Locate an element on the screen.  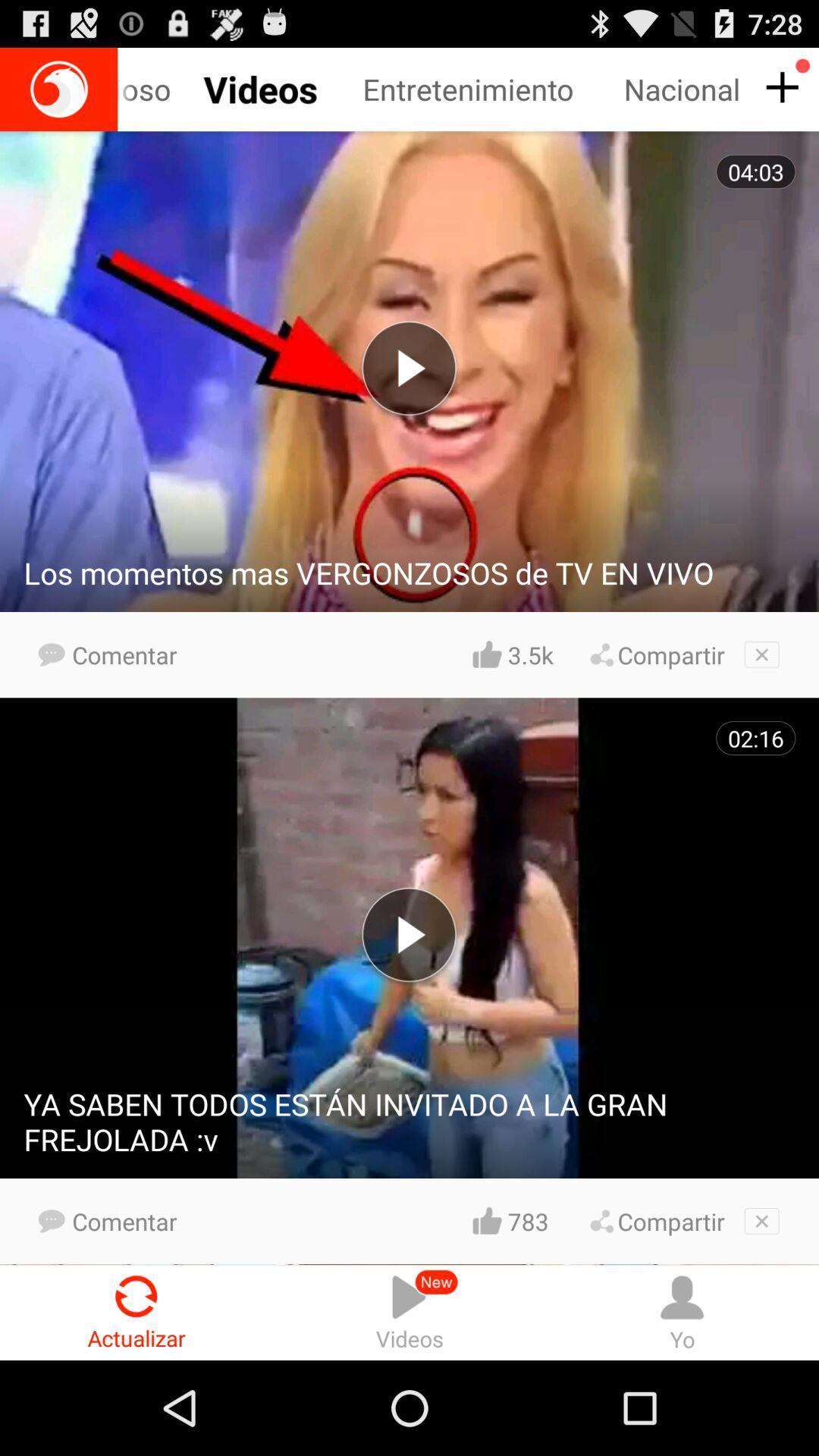
radio button next to the videos item is located at coordinates (136, 1312).